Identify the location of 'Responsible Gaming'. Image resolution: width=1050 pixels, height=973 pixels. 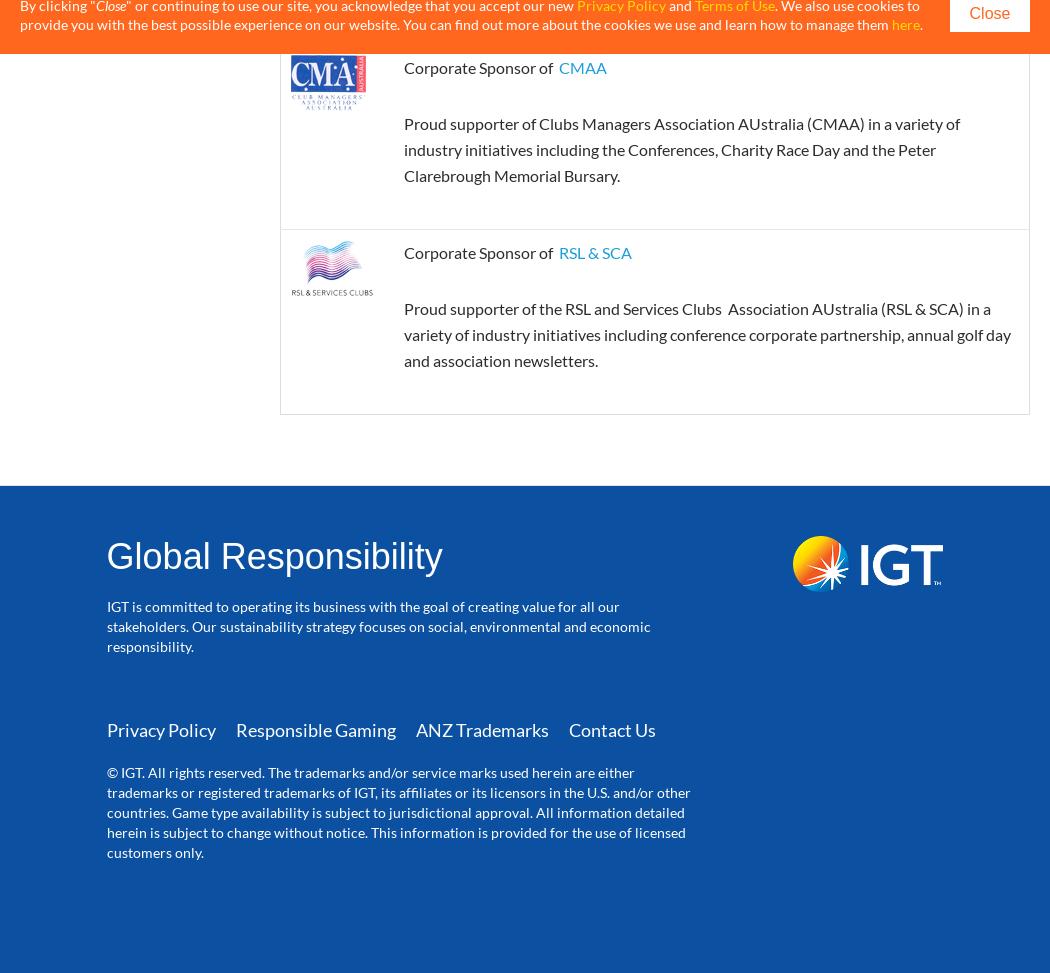
(315, 730).